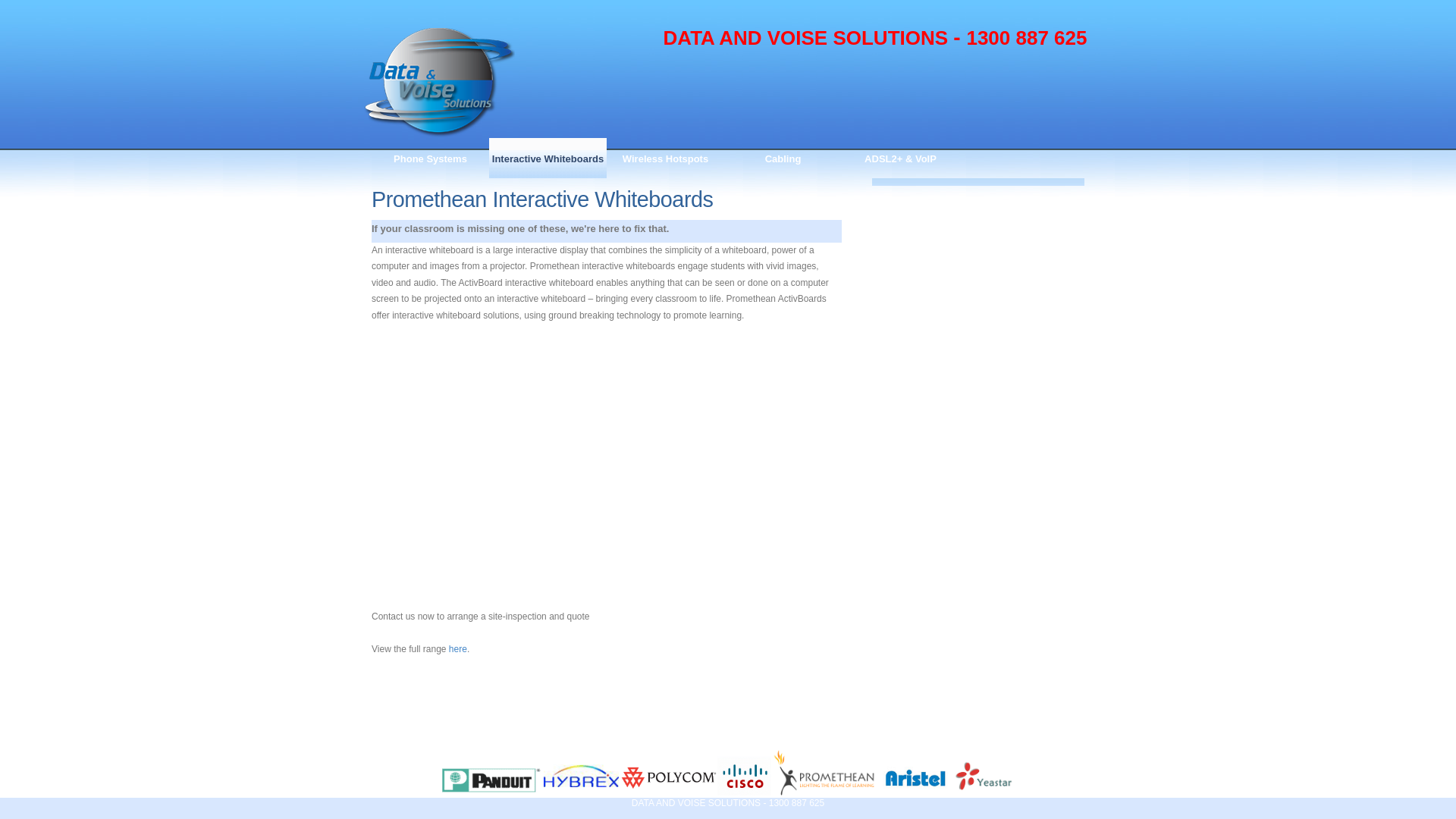 Image resolution: width=1456 pixels, height=819 pixels. What do you see at coordinates (429, 158) in the screenshot?
I see `'Phone Systems'` at bounding box center [429, 158].